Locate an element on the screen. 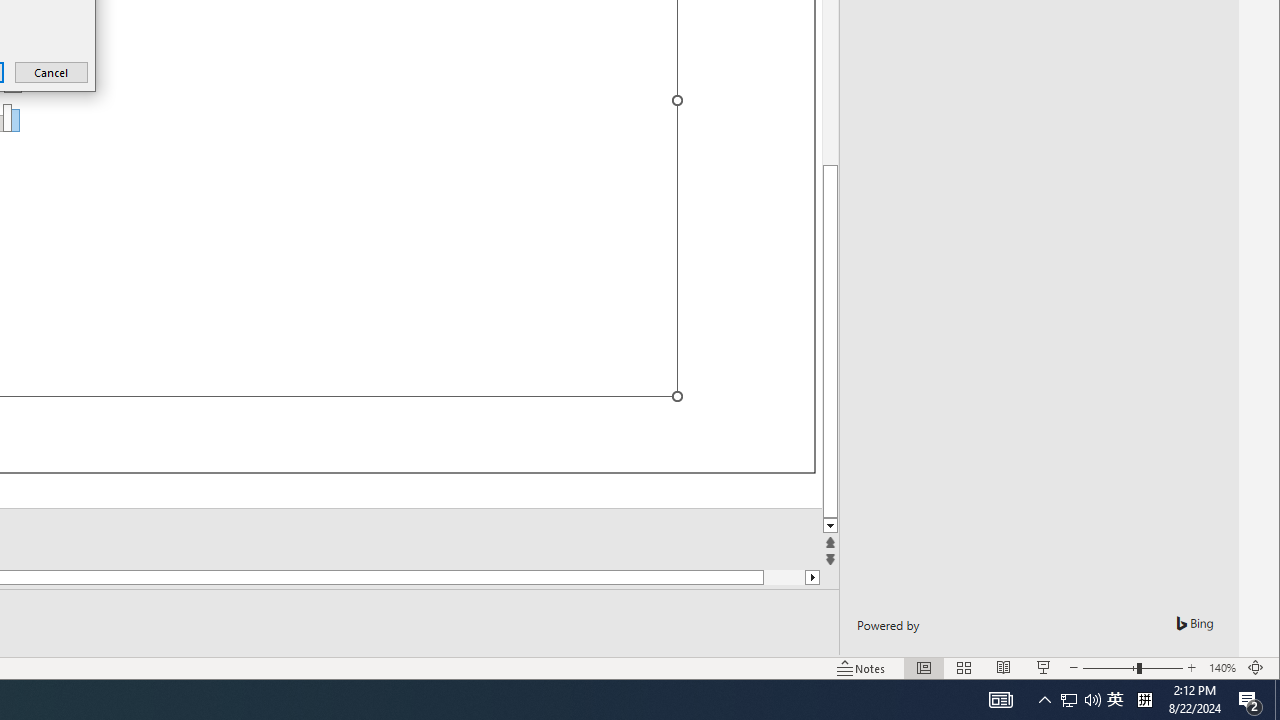 This screenshot has width=1280, height=720. 'Zoom 140%' is located at coordinates (1221, 668).